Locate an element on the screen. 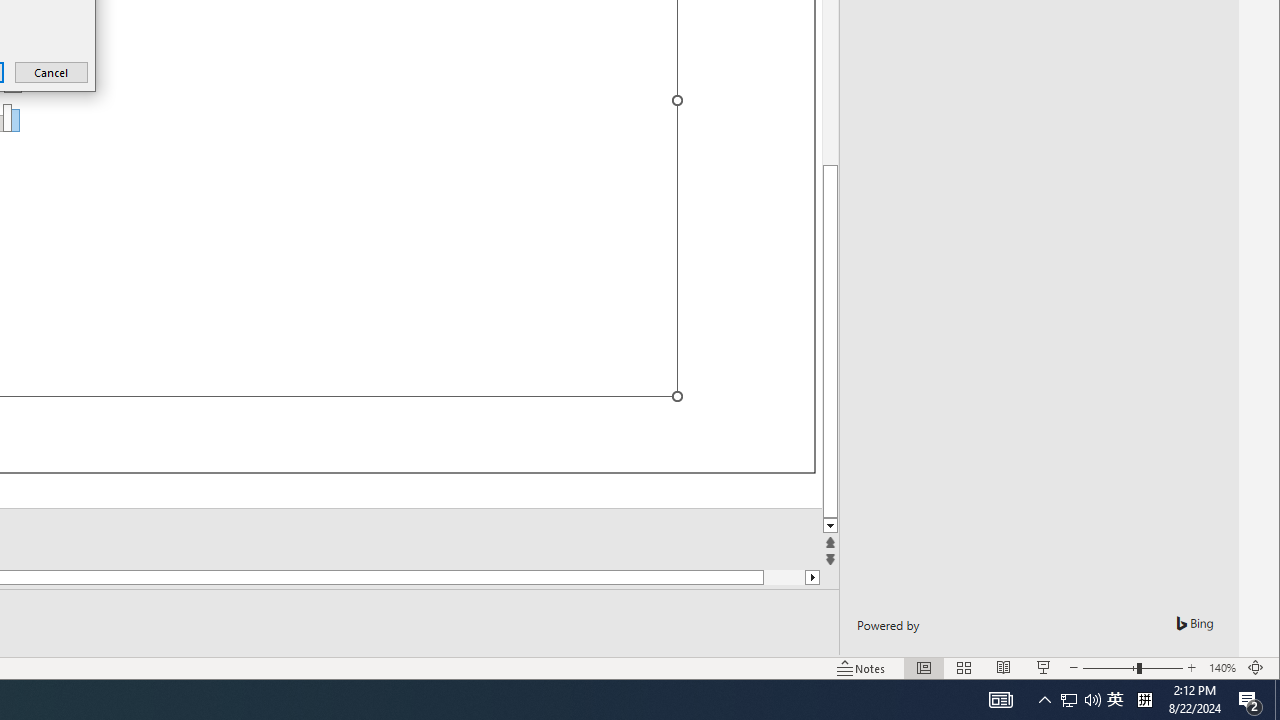 This screenshot has width=1280, height=720. 'Zoom 140%' is located at coordinates (1221, 668).